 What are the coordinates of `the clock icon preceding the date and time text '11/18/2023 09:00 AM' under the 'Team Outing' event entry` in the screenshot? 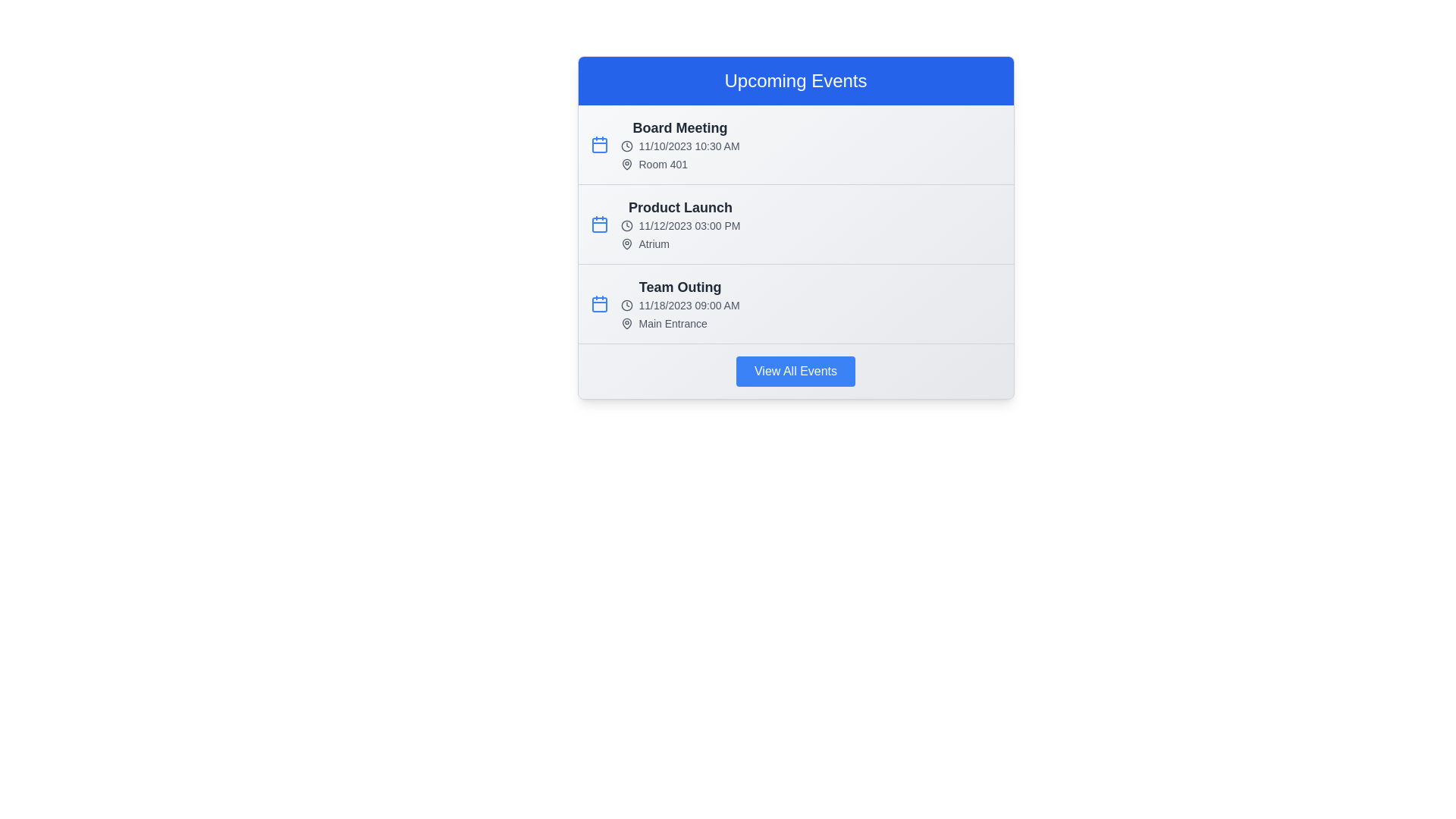 It's located at (626, 305).